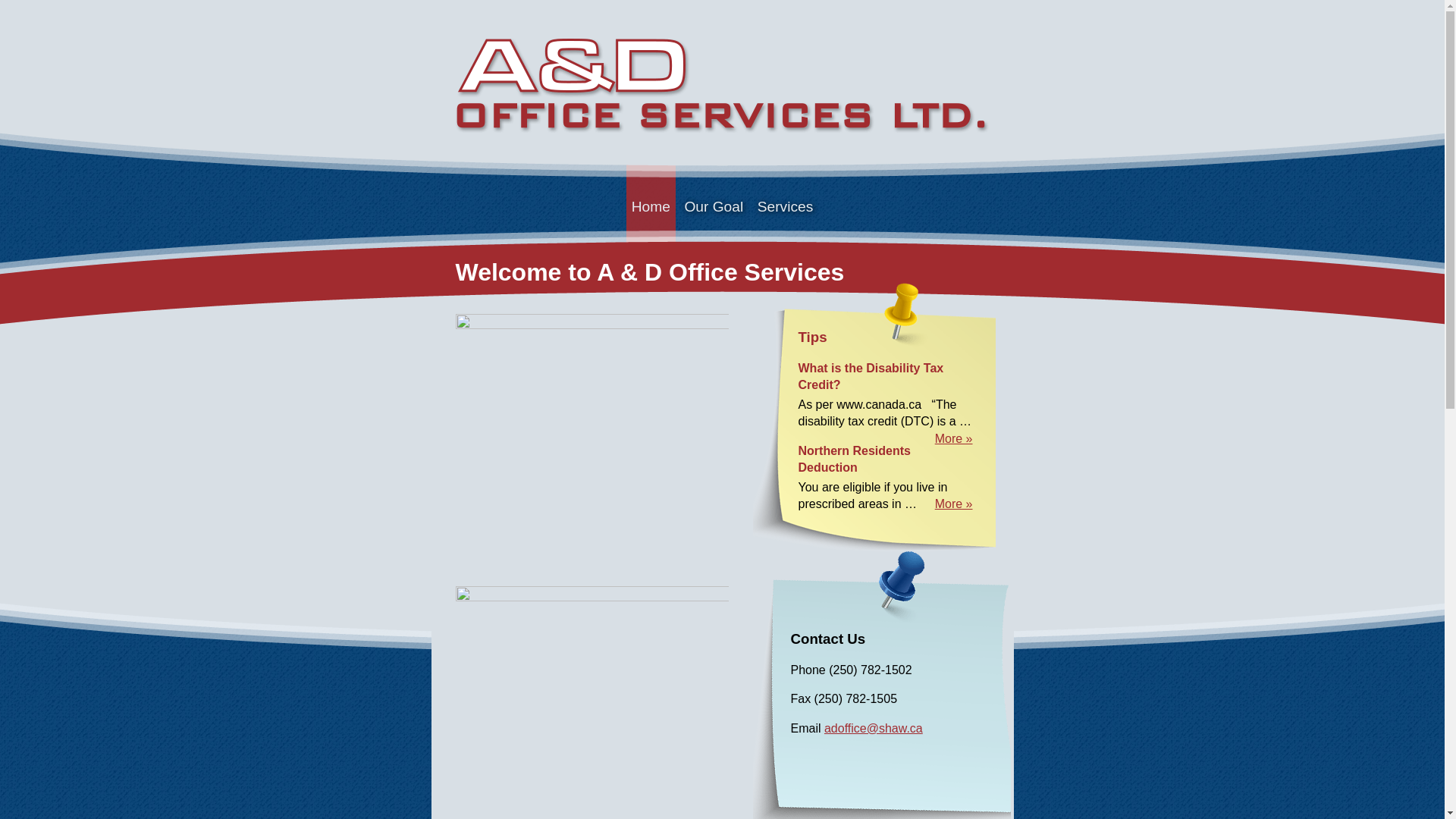 This screenshot has height=819, width=1456. What do you see at coordinates (626, 207) in the screenshot?
I see `'Home'` at bounding box center [626, 207].